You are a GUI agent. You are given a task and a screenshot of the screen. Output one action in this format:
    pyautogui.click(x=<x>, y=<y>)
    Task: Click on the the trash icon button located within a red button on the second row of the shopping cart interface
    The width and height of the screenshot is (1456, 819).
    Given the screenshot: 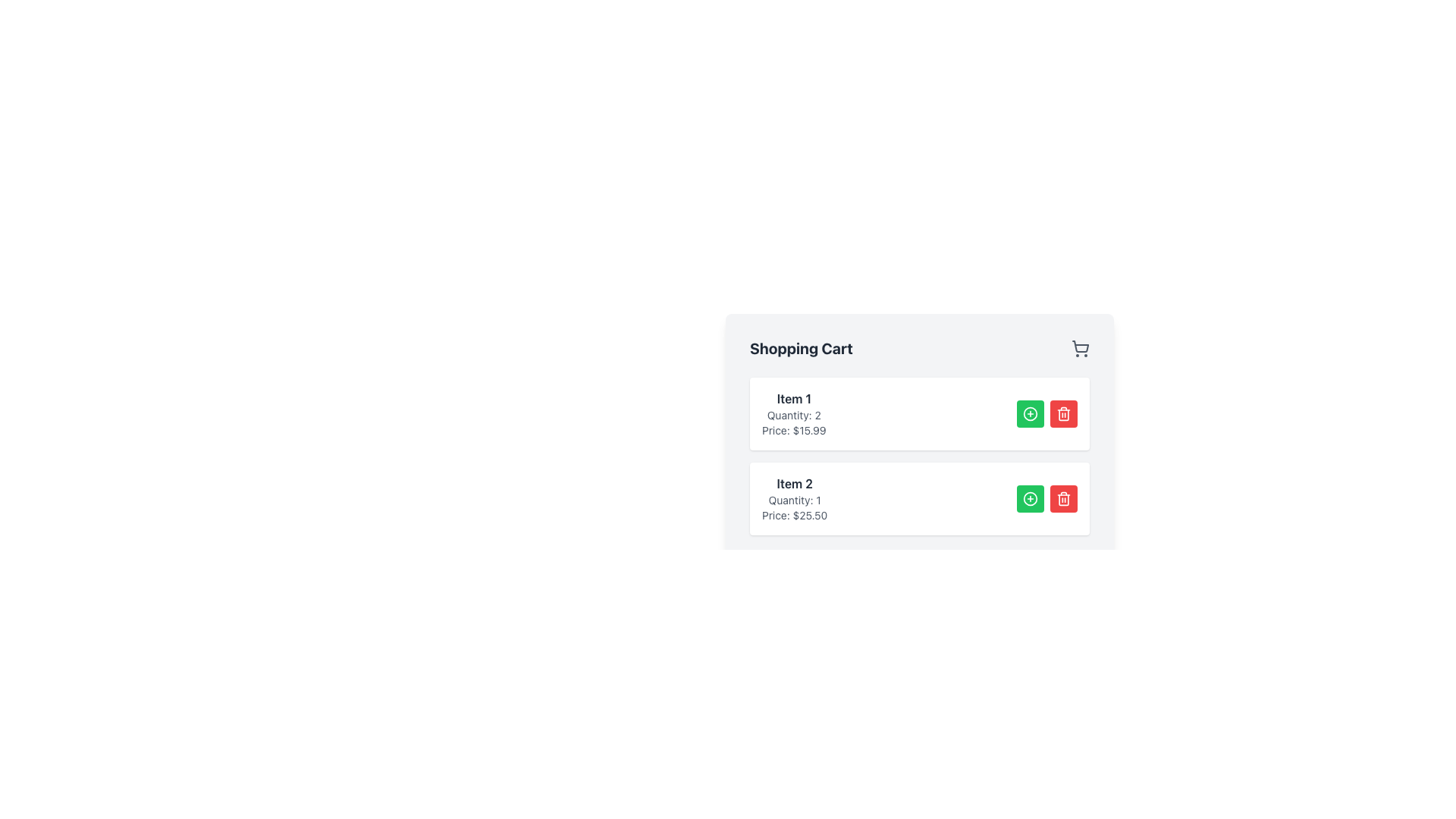 What is the action you would take?
    pyautogui.click(x=1062, y=499)
    